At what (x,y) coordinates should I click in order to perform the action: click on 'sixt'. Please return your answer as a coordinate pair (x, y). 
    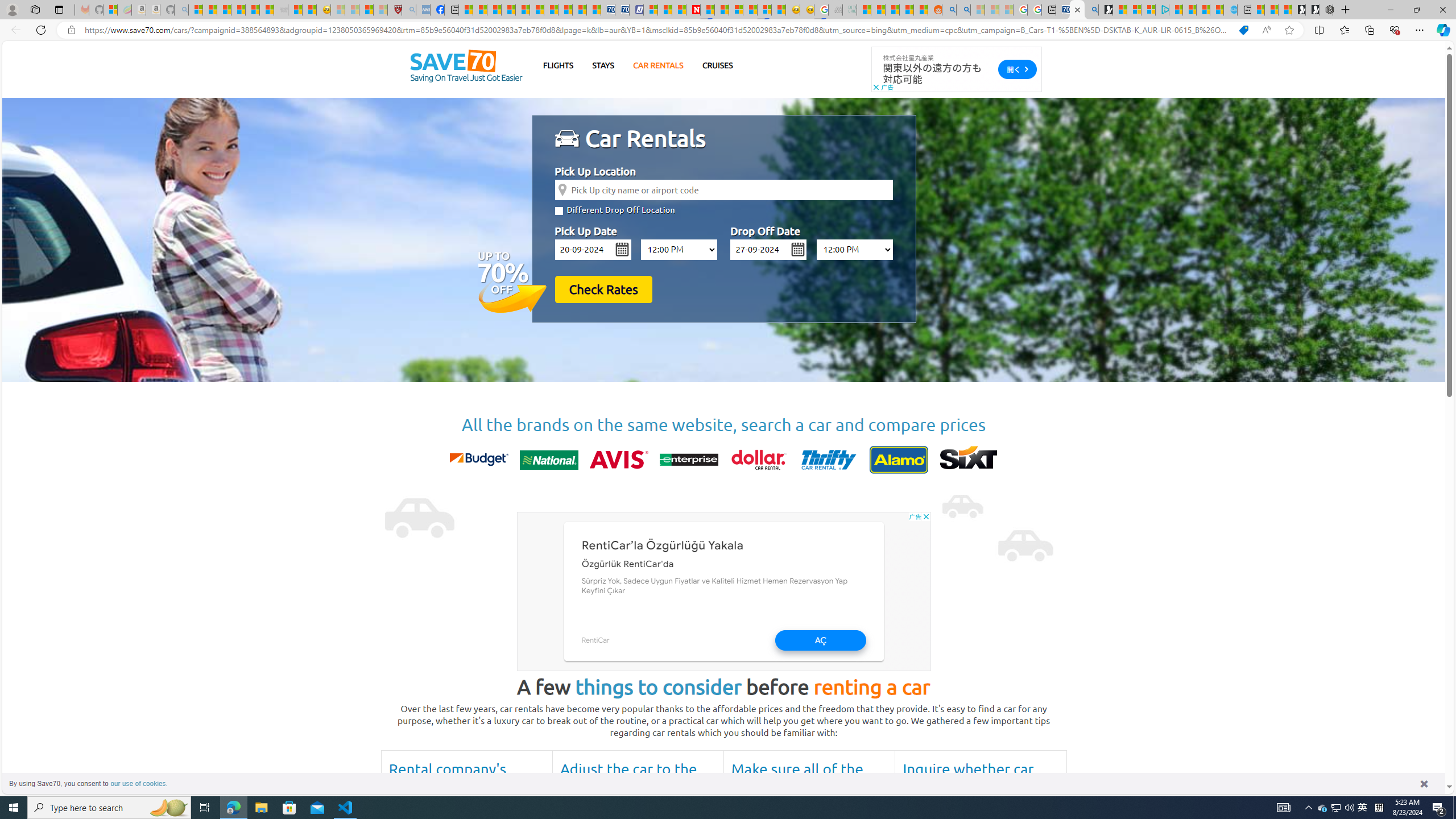
    Looking at the image, I should click on (969, 460).